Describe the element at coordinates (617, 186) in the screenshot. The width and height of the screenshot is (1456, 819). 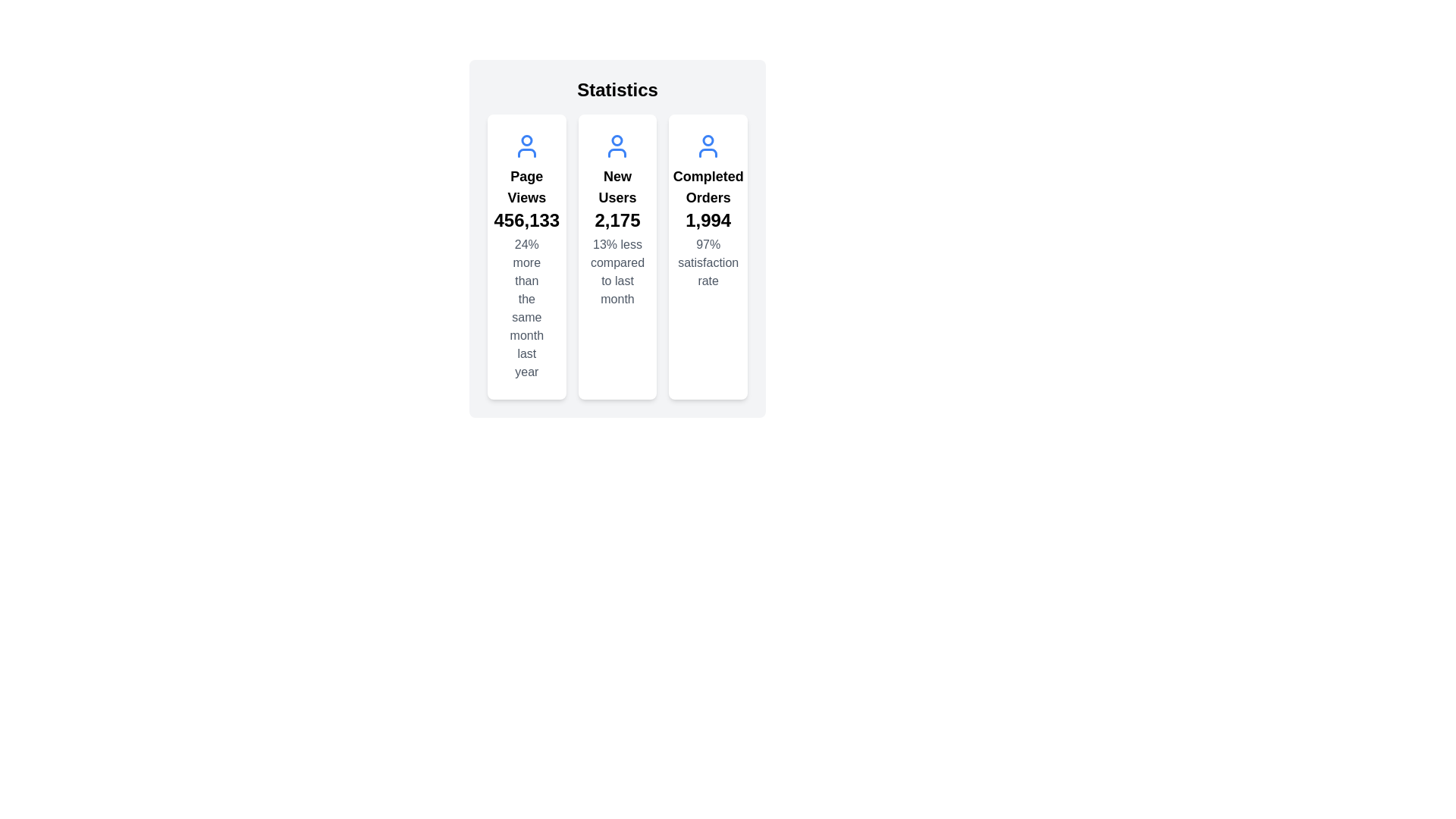
I see `text label that identifies the data for new users, located in the central card of a three-column layout, below a user icon and above a numerical value text block` at that location.